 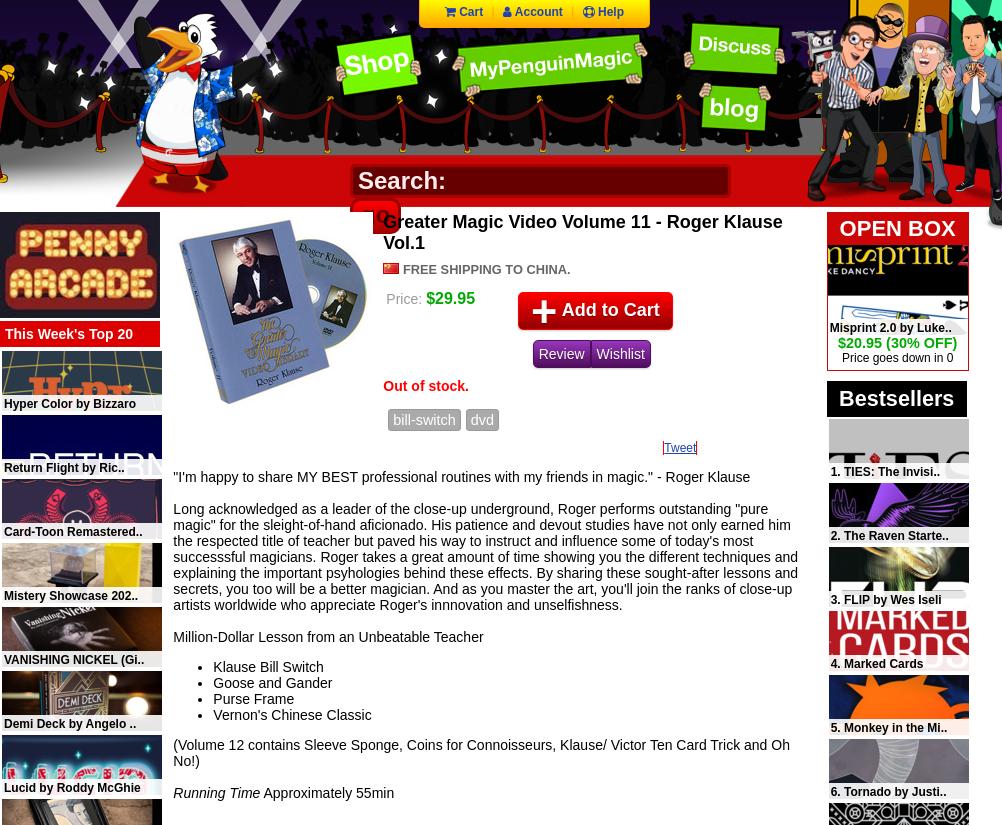 What do you see at coordinates (896, 397) in the screenshot?
I see `'Bestsellers'` at bounding box center [896, 397].